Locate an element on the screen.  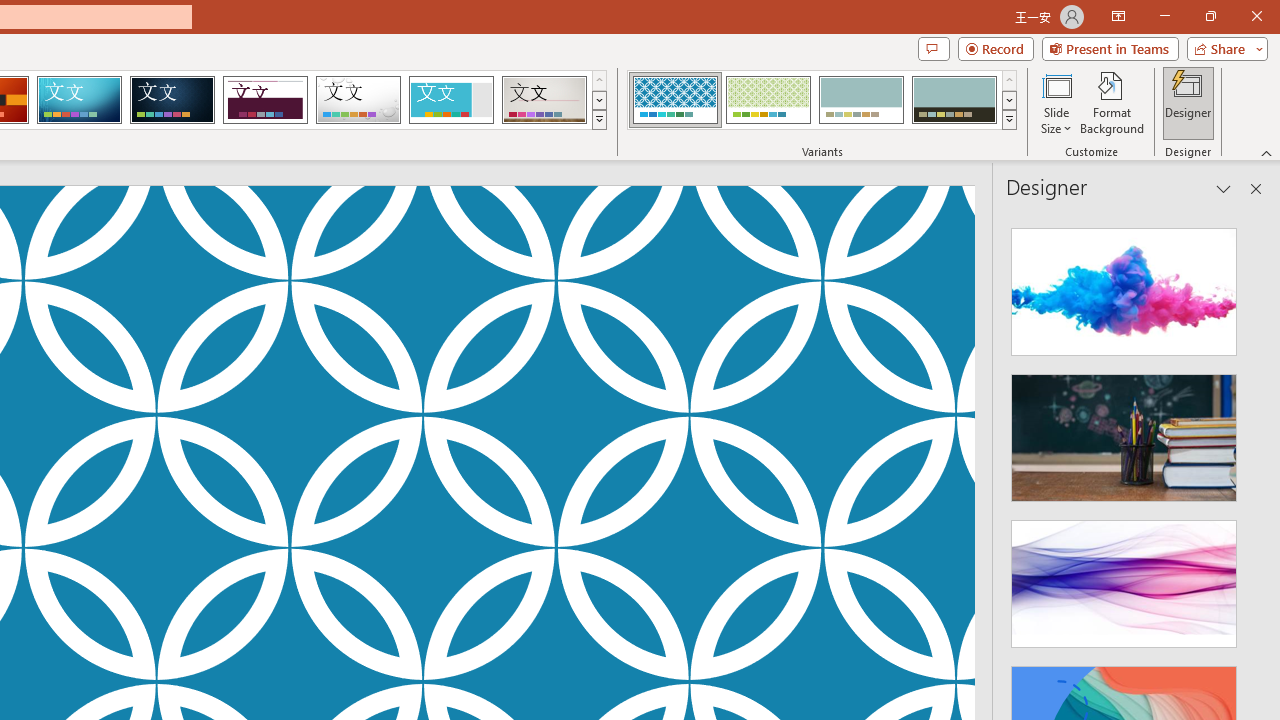
'Variants' is located at coordinates (1009, 120).